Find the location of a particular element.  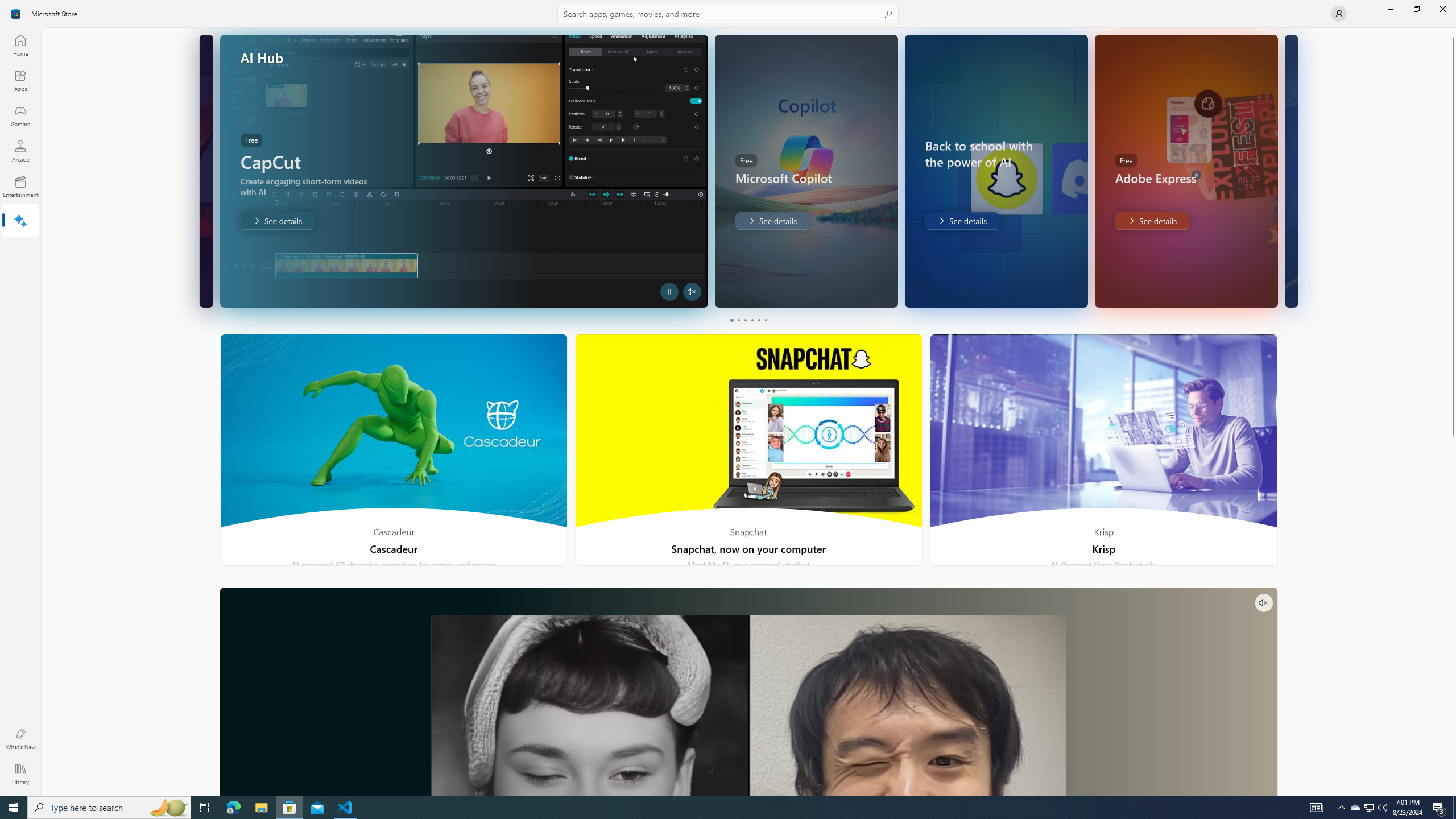

'Restore Microsoft Store' is located at coordinates (1416, 9).